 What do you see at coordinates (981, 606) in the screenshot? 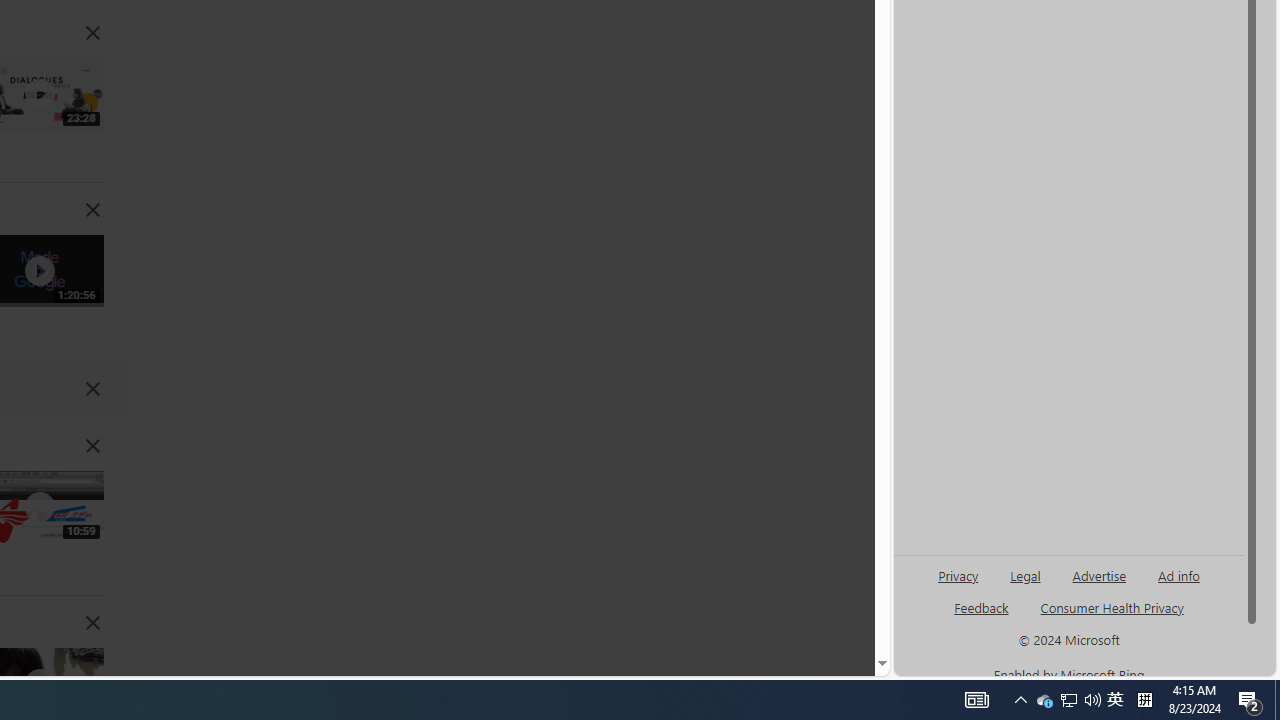
I see `'AutomationID: sb_feedback'` at bounding box center [981, 606].